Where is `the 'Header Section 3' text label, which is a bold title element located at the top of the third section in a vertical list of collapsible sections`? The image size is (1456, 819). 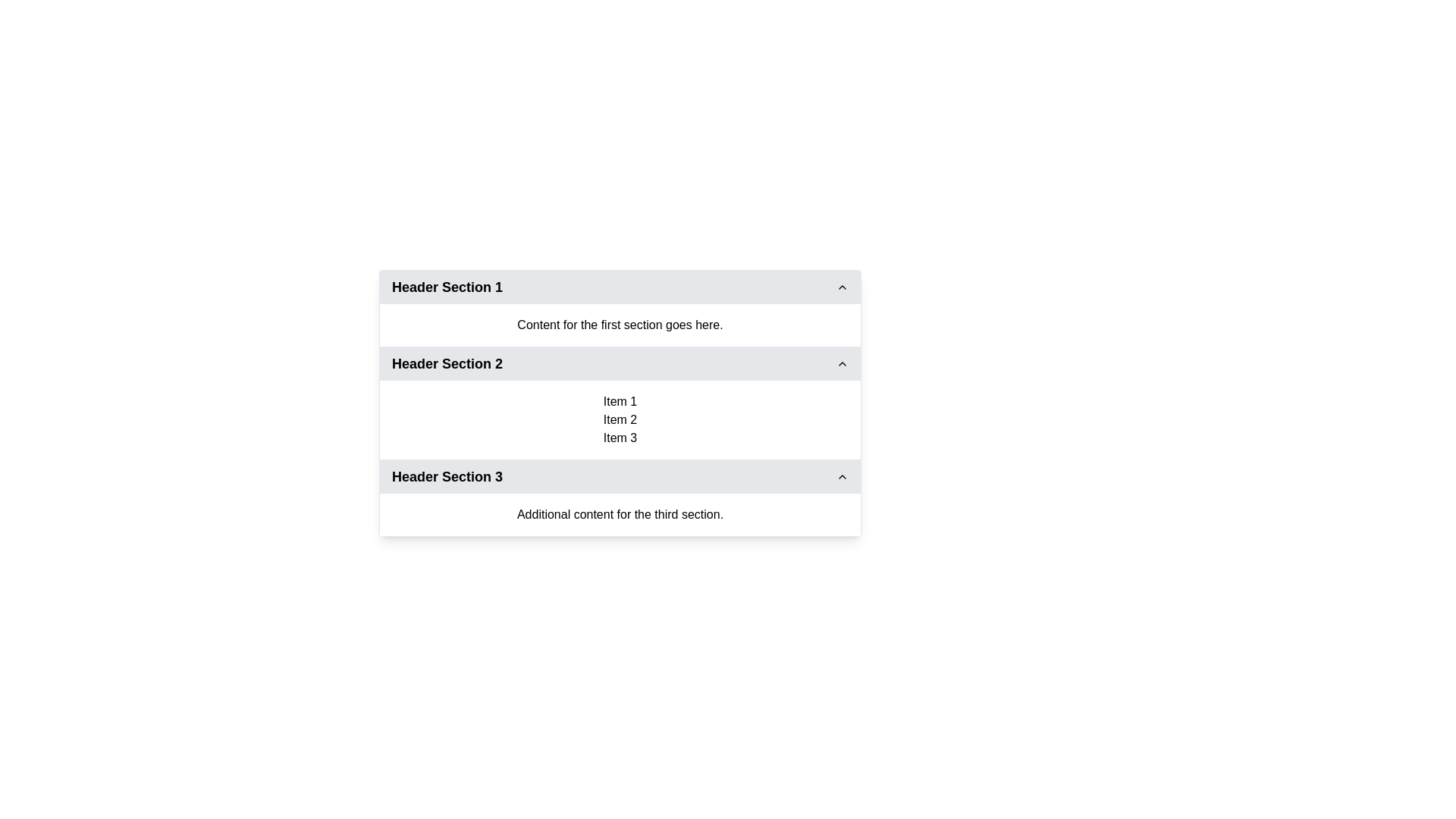 the 'Header Section 3' text label, which is a bold title element located at the top of the third section in a vertical list of collapsible sections is located at coordinates (447, 475).